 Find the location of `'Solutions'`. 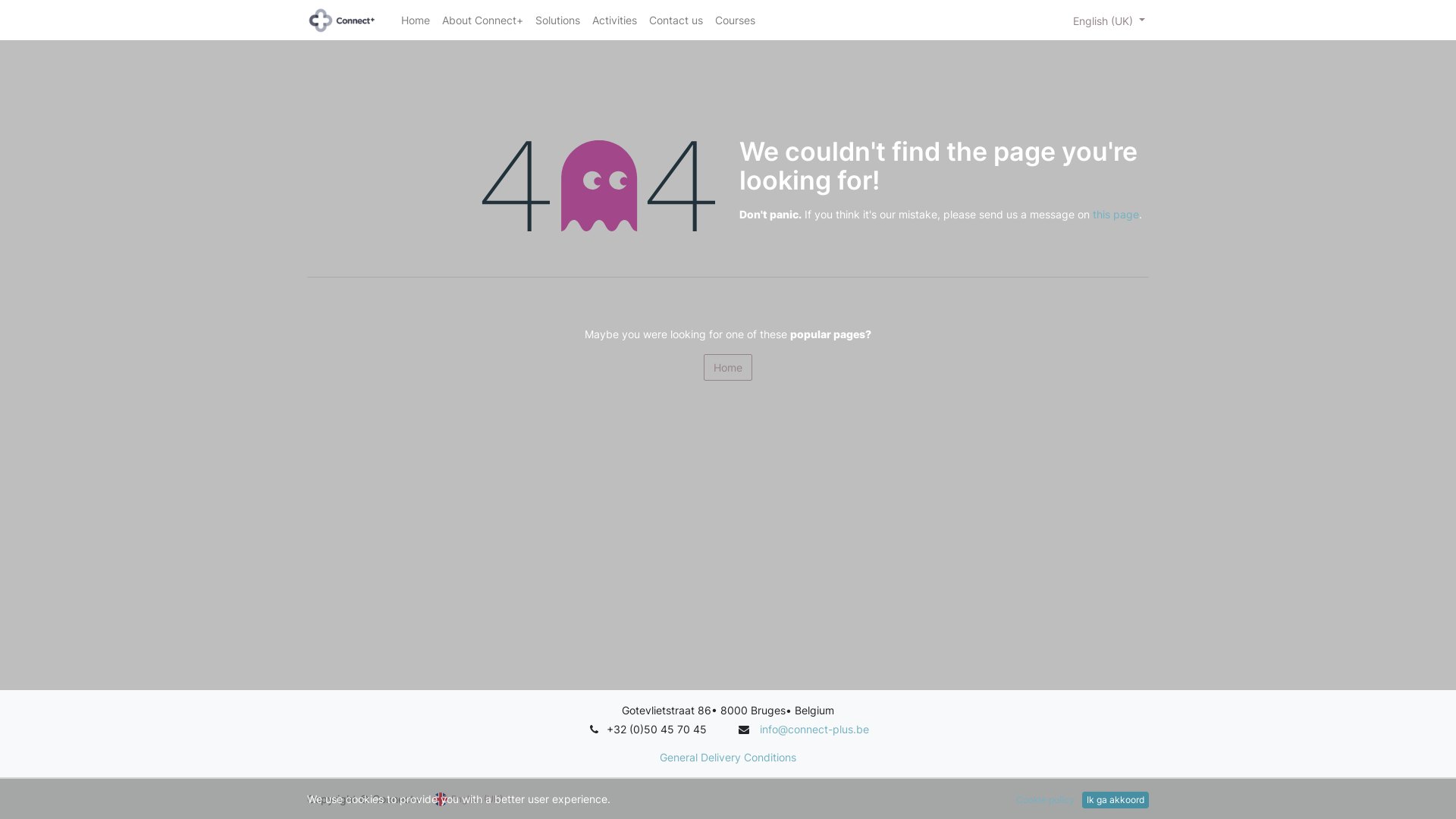

'Solutions' is located at coordinates (529, 20).